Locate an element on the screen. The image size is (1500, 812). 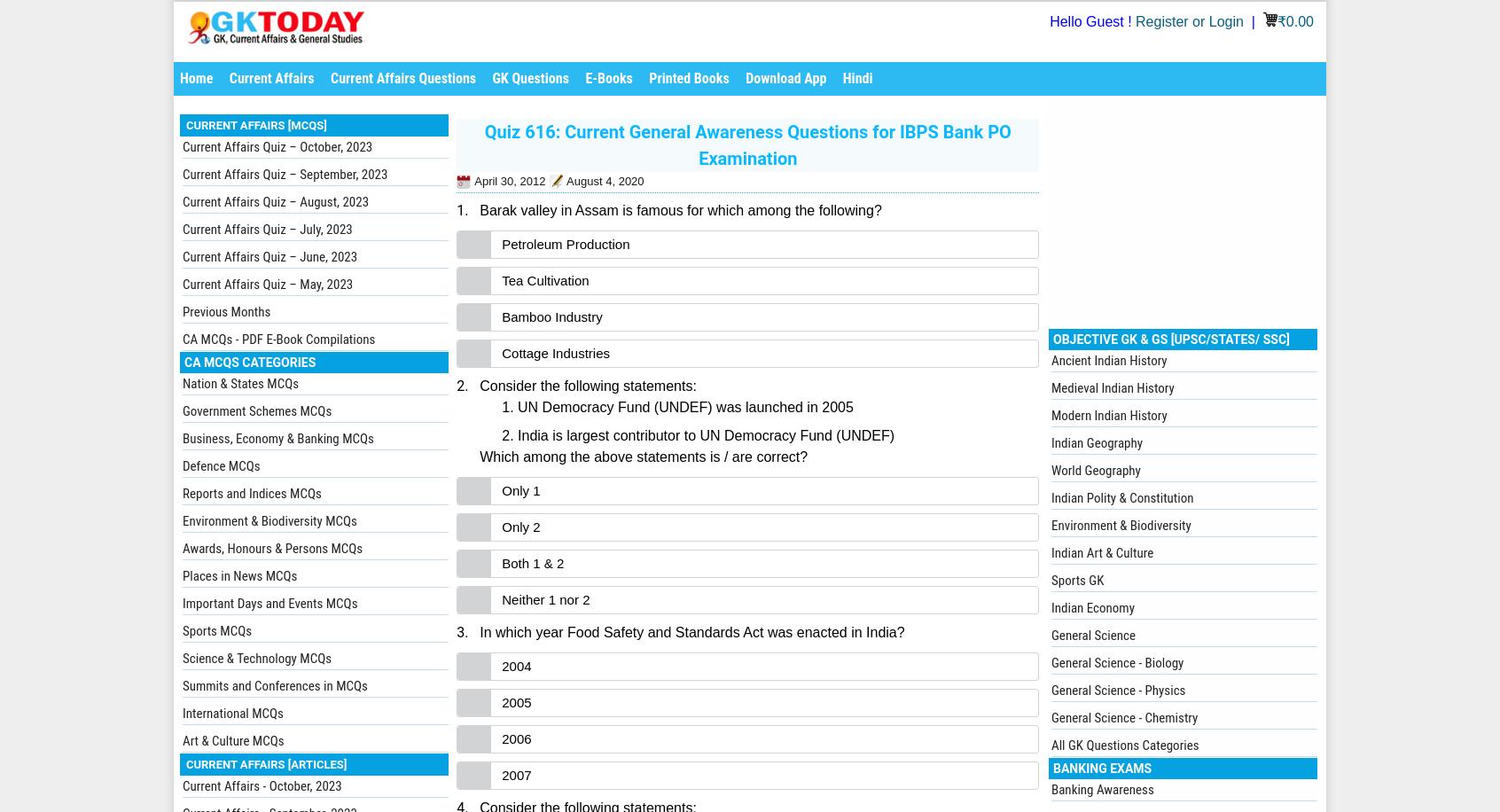
'Current Affairs [MCQs]' is located at coordinates (254, 125).